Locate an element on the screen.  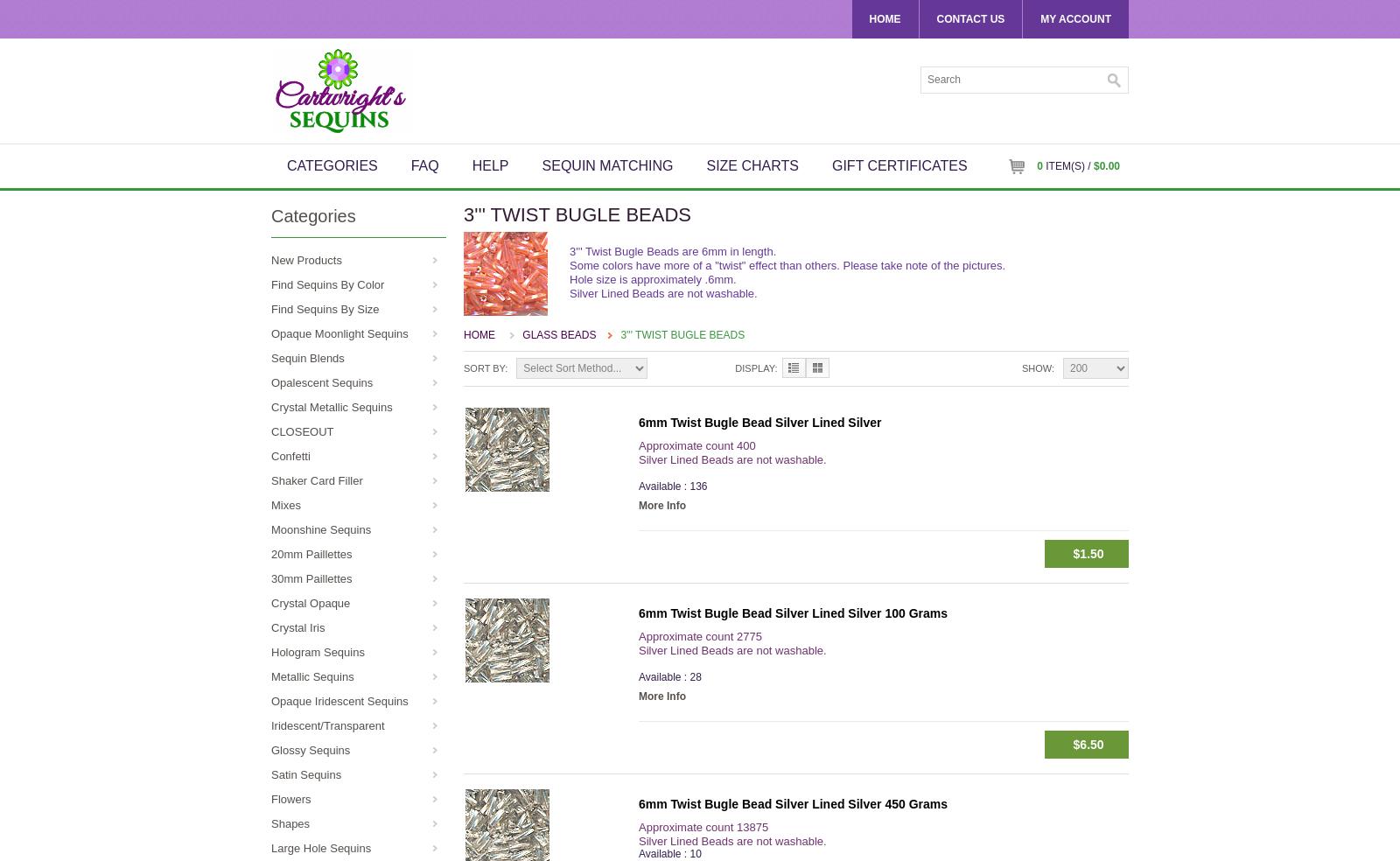
'Shapes' is located at coordinates (271, 823).